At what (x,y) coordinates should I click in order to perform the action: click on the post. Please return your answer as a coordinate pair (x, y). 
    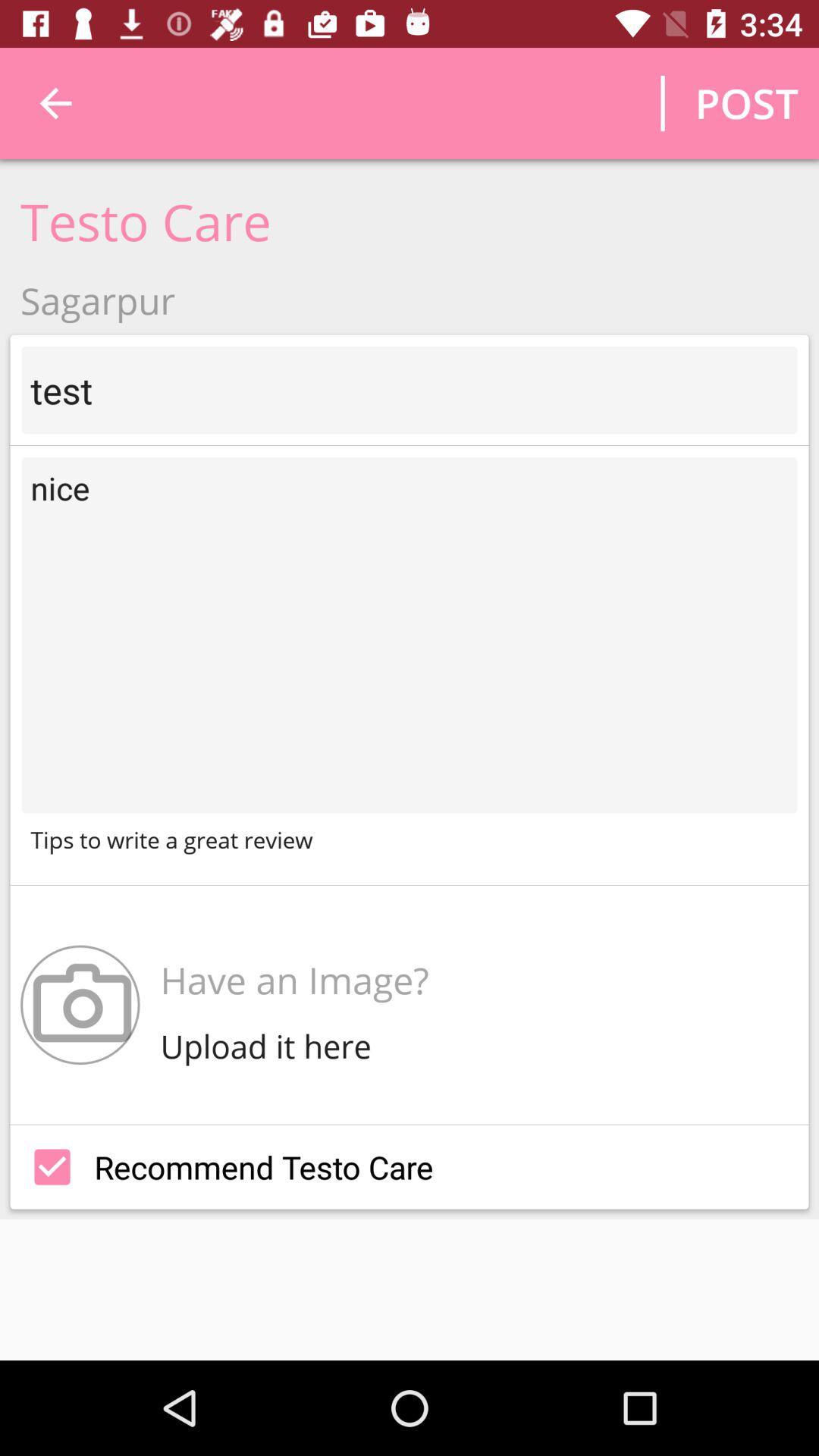
    Looking at the image, I should click on (745, 102).